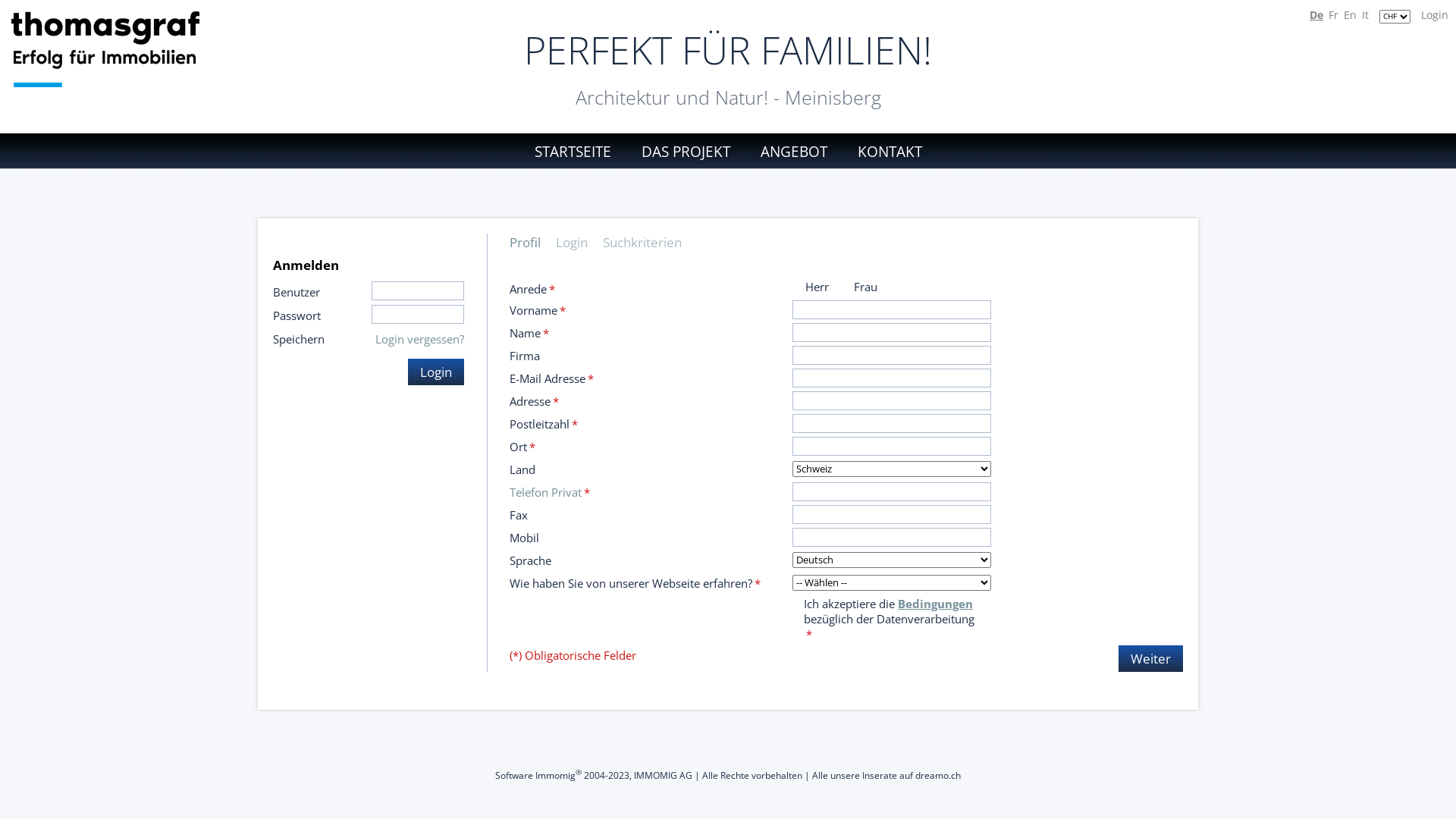  I want to click on 'submit', so click(17, 8).